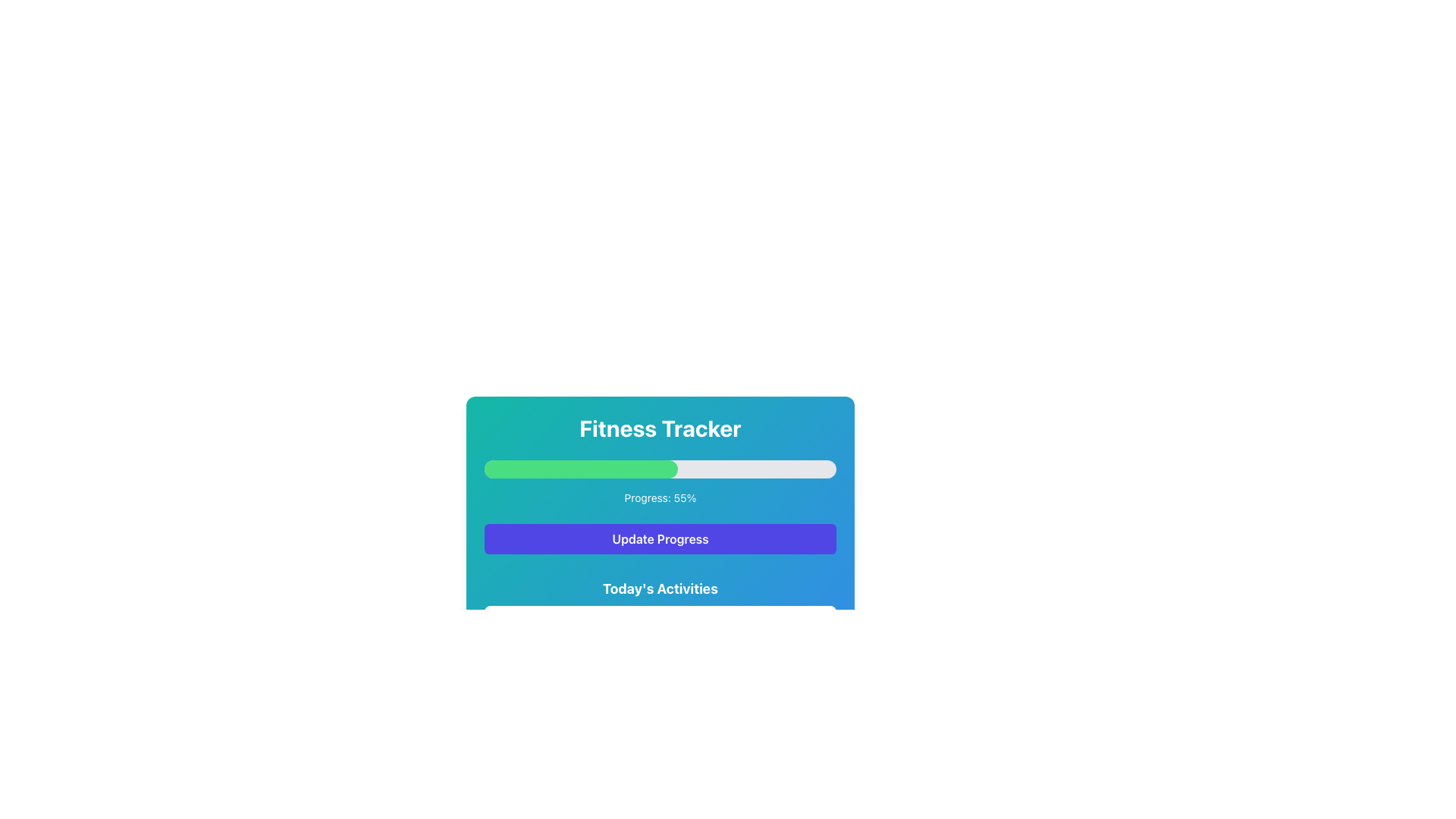 This screenshot has width=1456, height=819. What do you see at coordinates (580, 468) in the screenshot?
I see `the Progress indicator (progress bar) that is styled with rounded edges and shows a completion percentage of 55%, situated within a card titled 'Fitness Tracker'` at bounding box center [580, 468].